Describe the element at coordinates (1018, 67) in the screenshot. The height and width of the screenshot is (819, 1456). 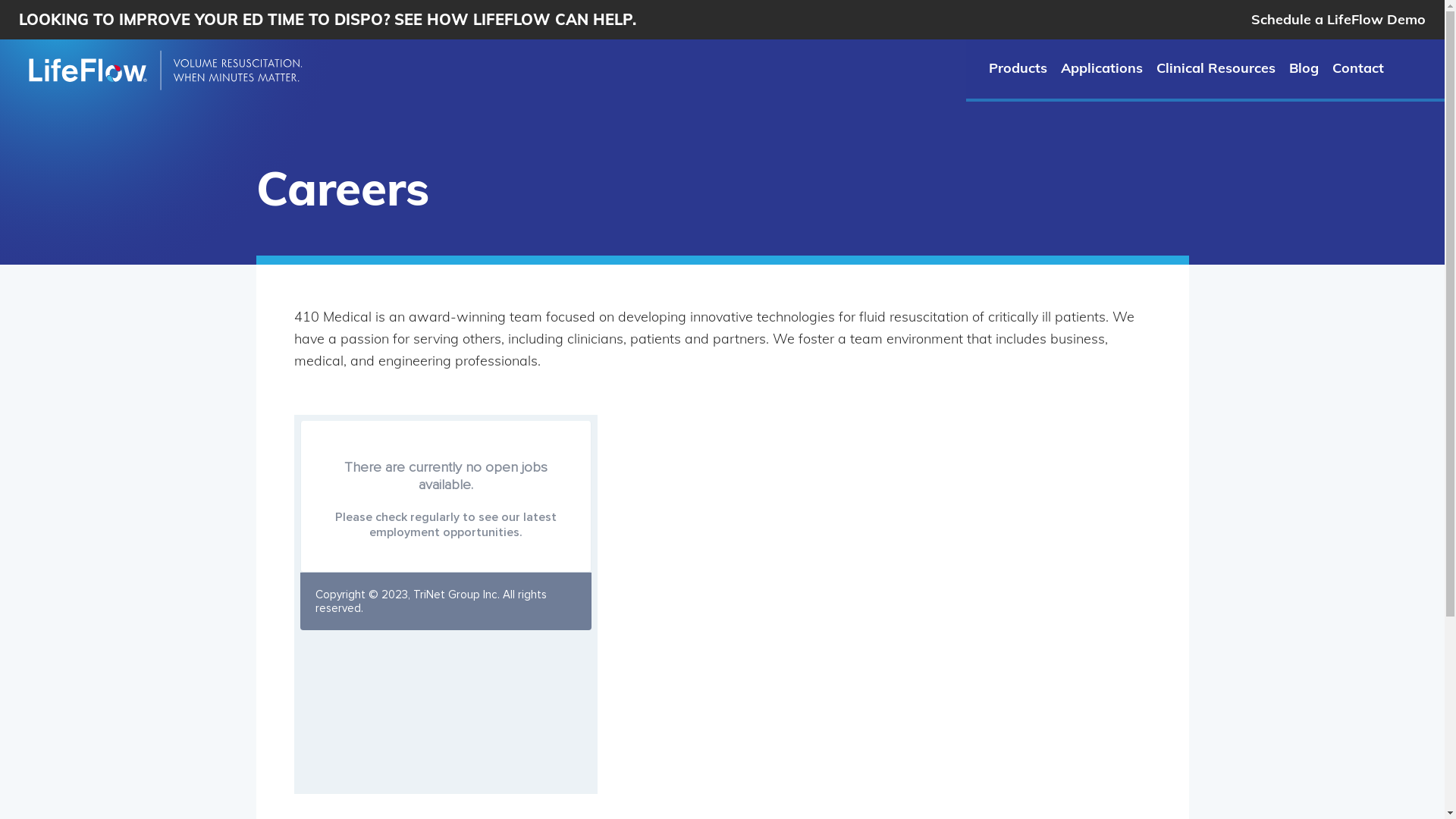
I see `'Products'` at that location.